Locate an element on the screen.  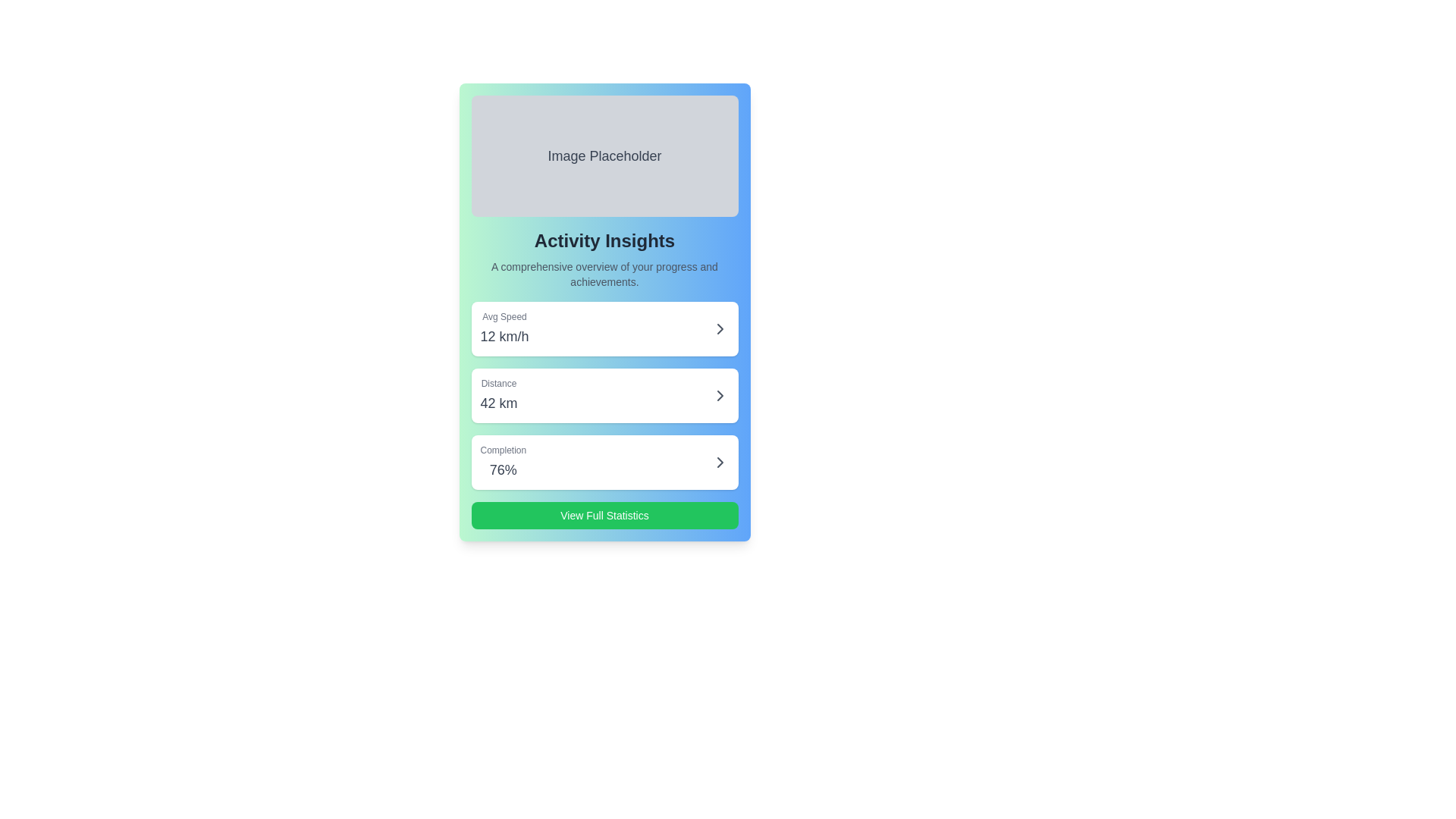
the second rectangular item under 'Activity Insights' which displays the distance metric of 42 km is located at coordinates (604, 394).